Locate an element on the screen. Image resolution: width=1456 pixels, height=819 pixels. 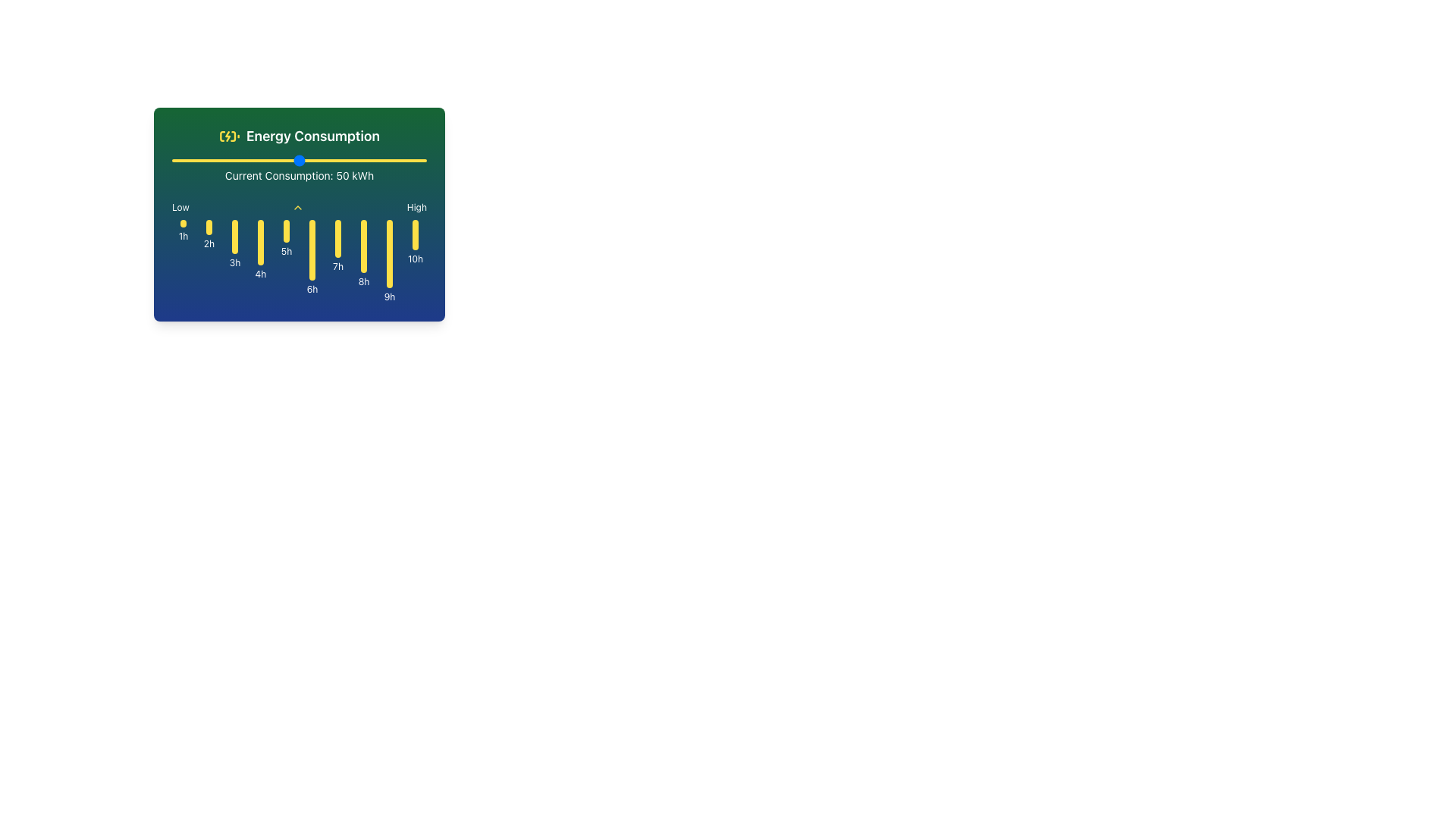
current consumption is located at coordinates (359, 161).